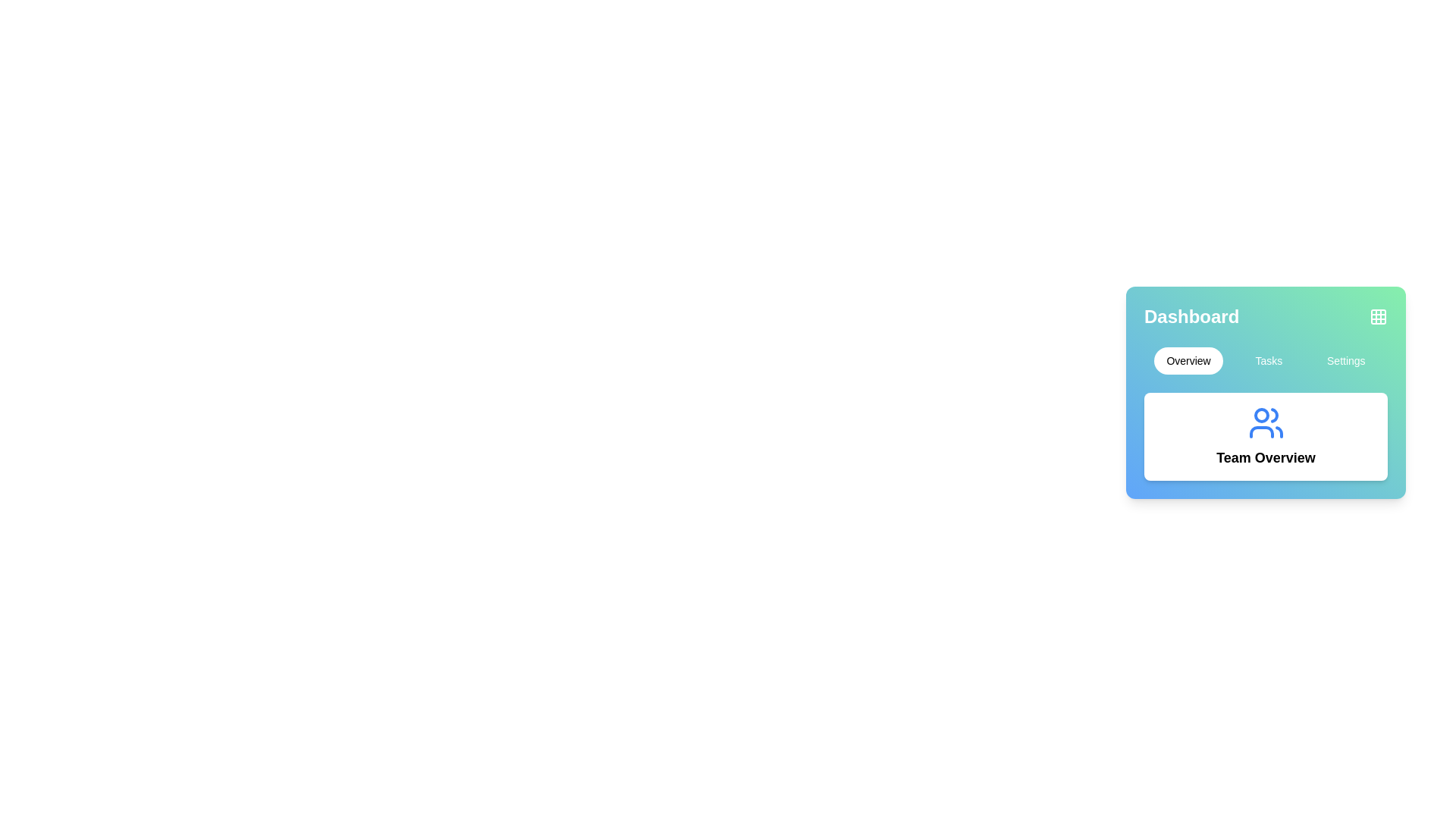  I want to click on the top-right grid tile within the grid layout, which is part of an interactive icon composed of nine small square tiles, so click(1379, 315).